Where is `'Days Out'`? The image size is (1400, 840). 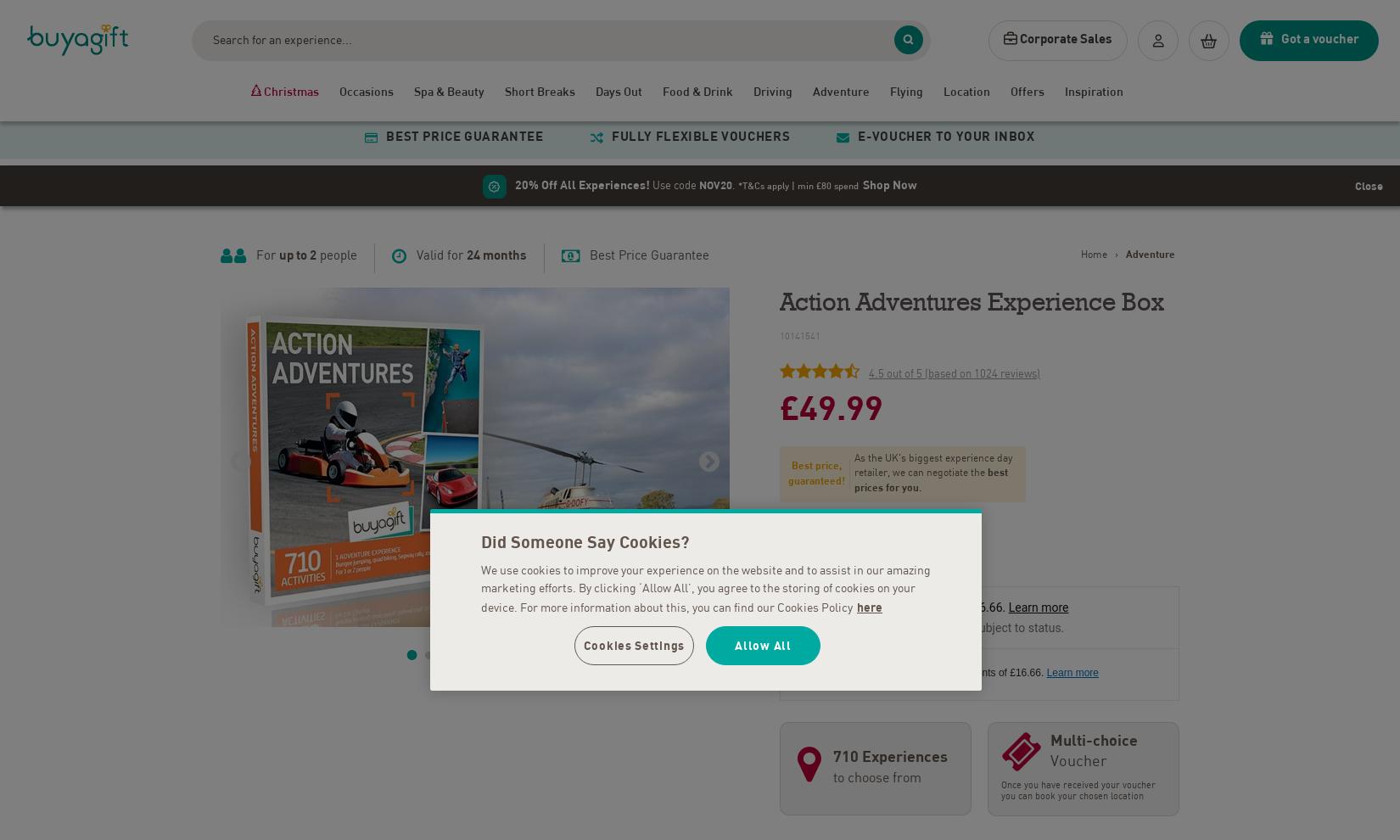 'Days Out' is located at coordinates (618, 91).